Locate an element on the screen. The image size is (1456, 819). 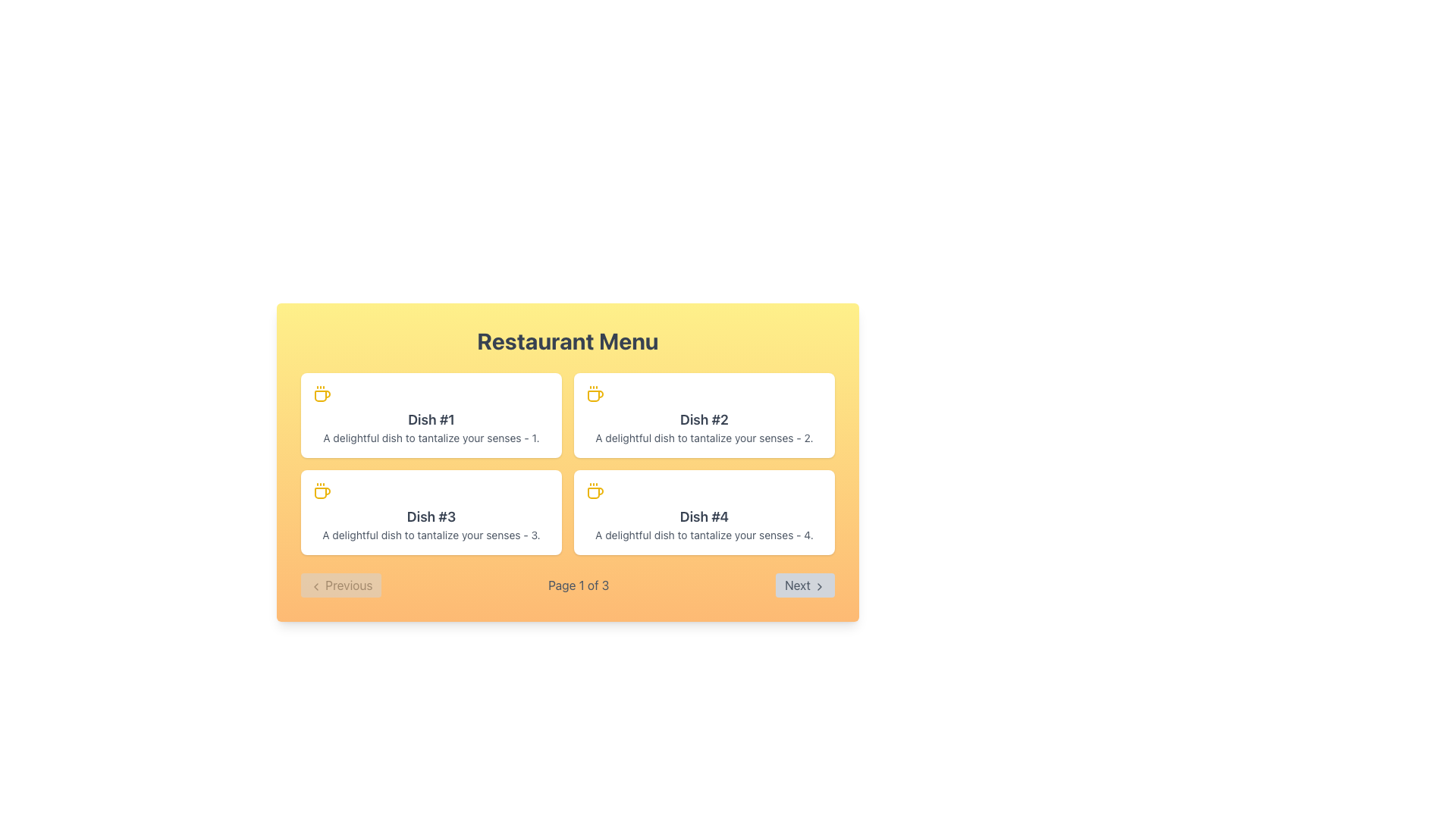
the right-facing chevron icon styled as an SVG graphic, located within the 'Next' button at the bottom-right corner of the interface is located at coordinates (818, 585).